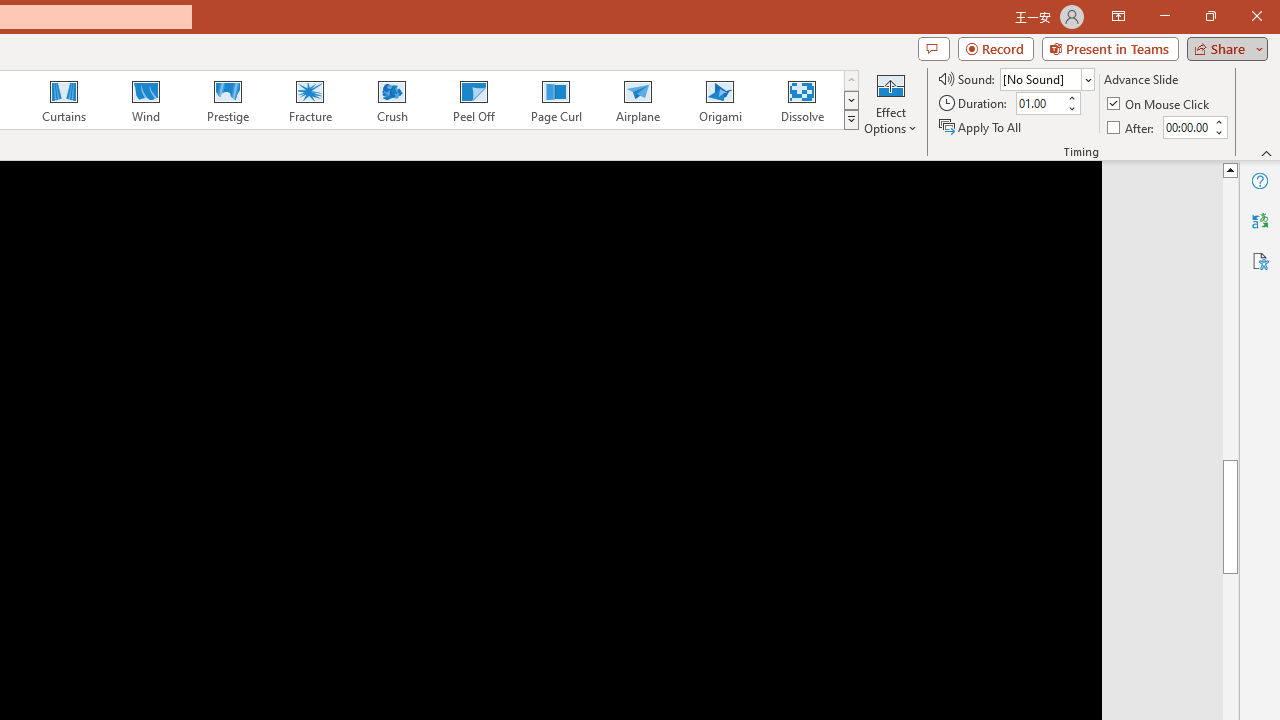  What do you see at coordinates (1217, 121) in the screenshot?
I see `'More'` at bounding box center [1217, 121].